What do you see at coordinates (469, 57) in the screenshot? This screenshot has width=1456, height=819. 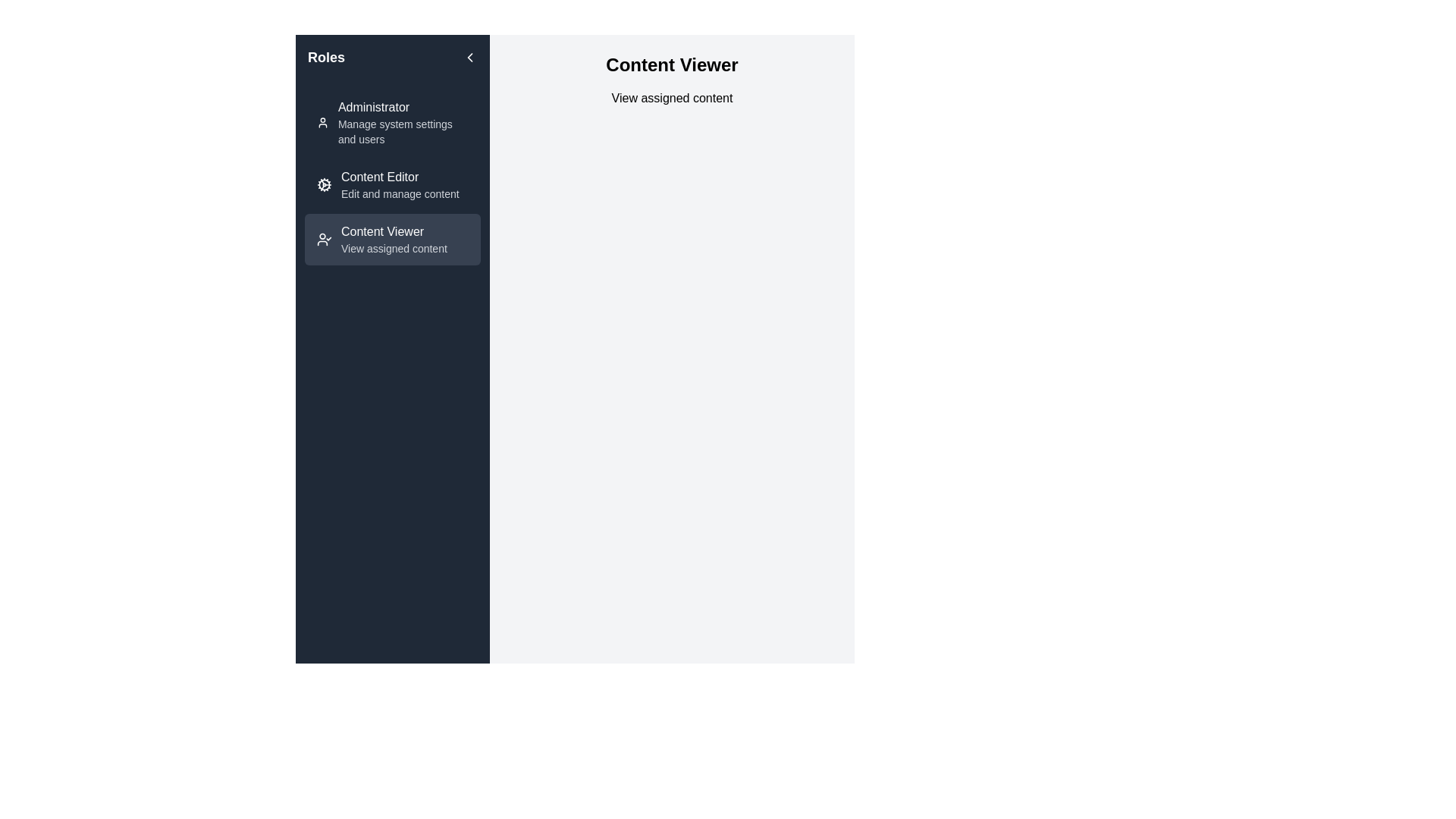 I see `the left-facing chevron icon located in the left-side navigation panel, adjacent to the header text 'Roles'` at bounding box center [469, 57].